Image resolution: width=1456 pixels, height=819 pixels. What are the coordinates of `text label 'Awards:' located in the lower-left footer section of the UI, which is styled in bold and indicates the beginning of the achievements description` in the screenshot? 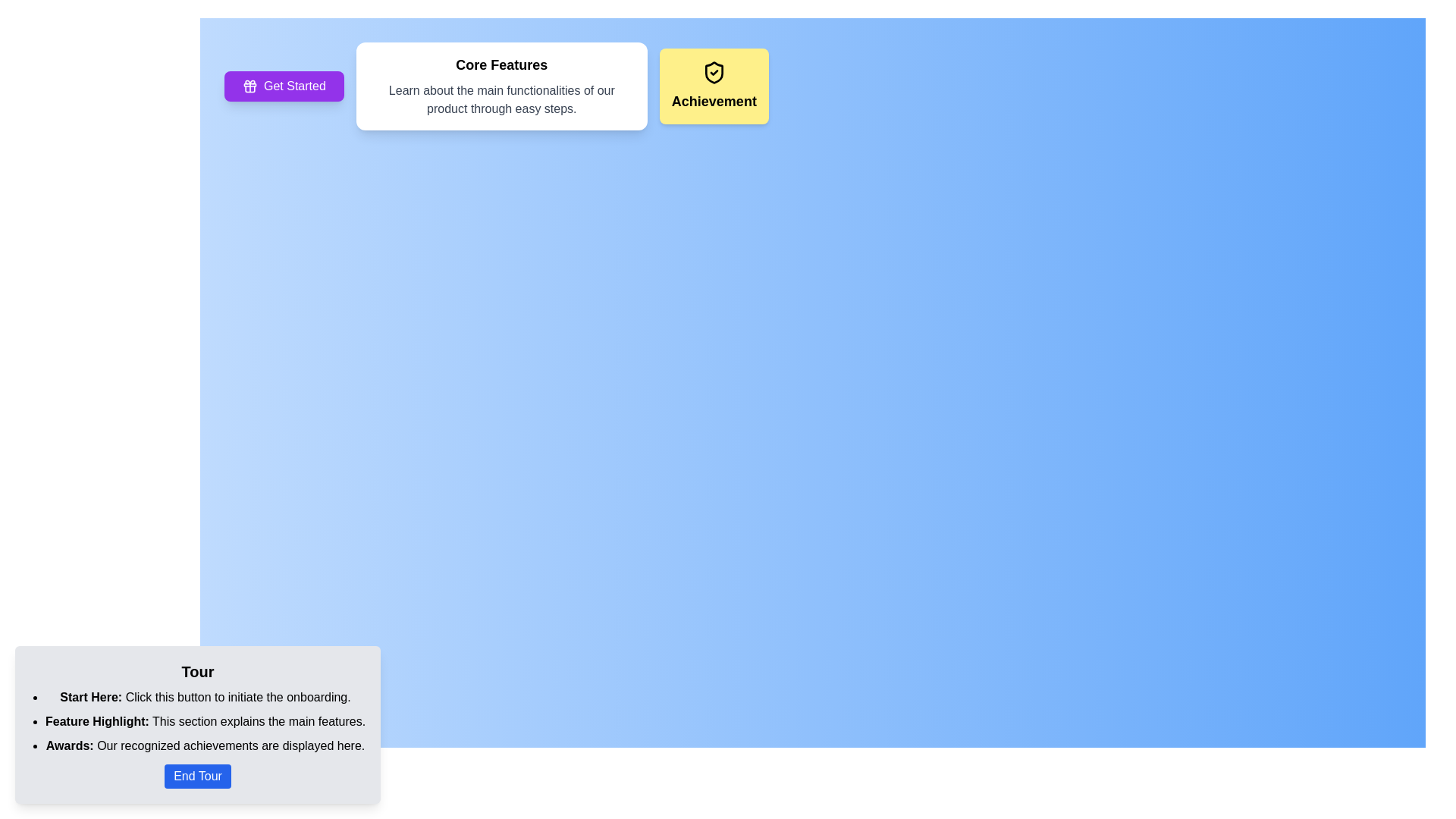 It's located at (69, 745).